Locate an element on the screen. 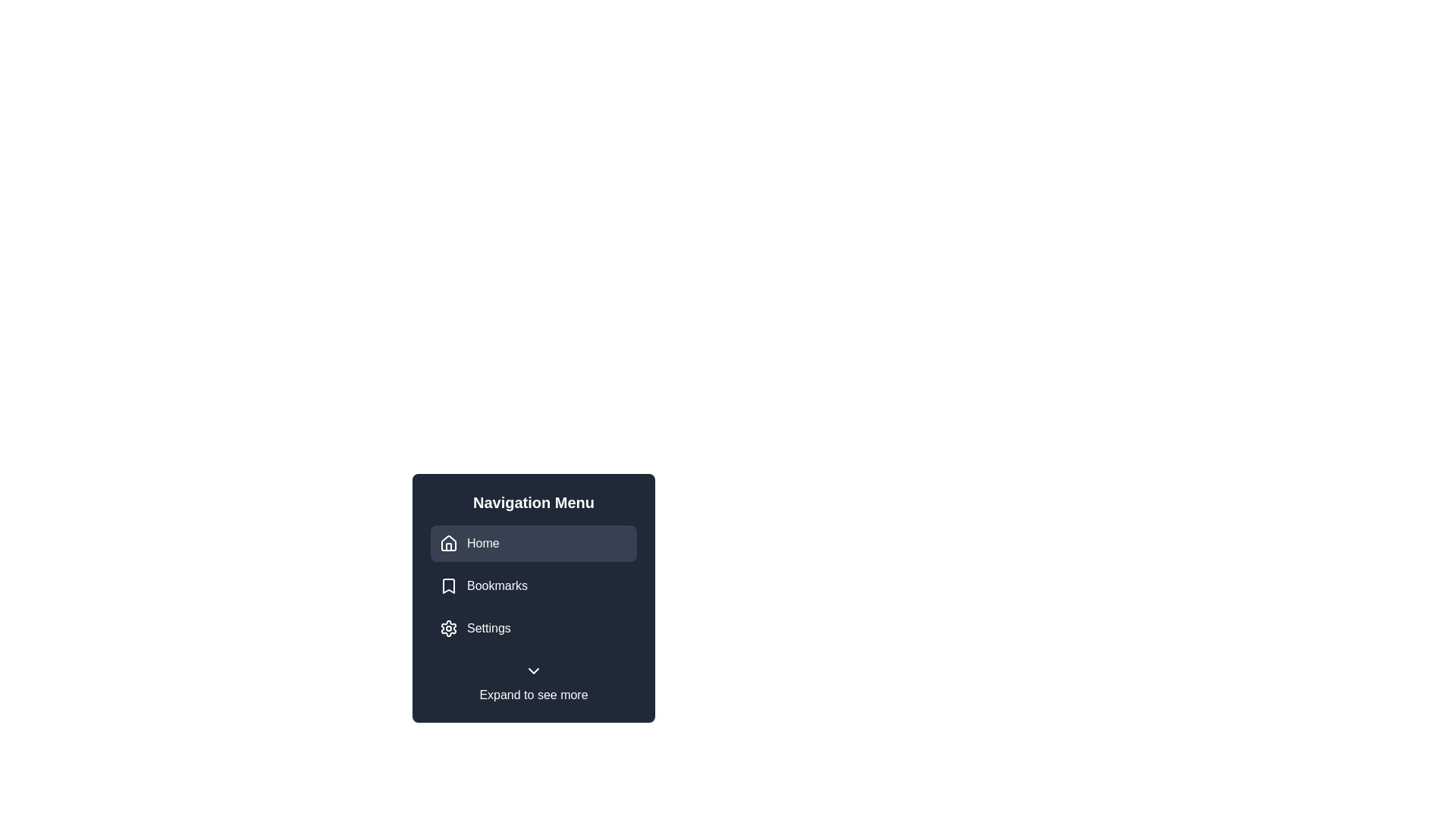 The height and width of the screenshot is (819, 1456). the visual representation of the settings icon's outer ring, which is a gear-like shape located in the navigation menu, positioned below 'Bookmarks' and above 'Expand to see more' is located at coordinates (447, 629).